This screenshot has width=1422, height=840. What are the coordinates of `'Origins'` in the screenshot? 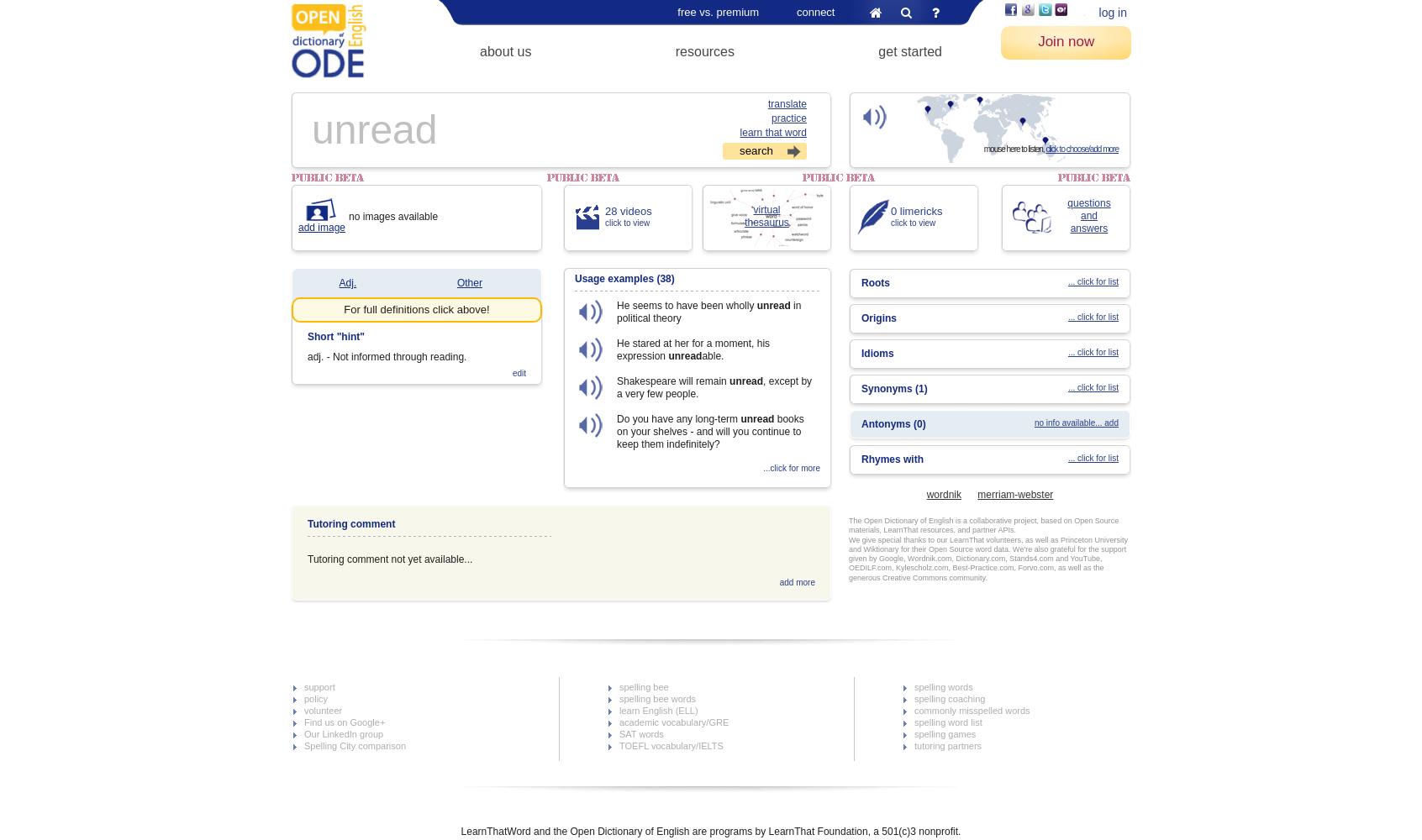 It's located at (877, 318).